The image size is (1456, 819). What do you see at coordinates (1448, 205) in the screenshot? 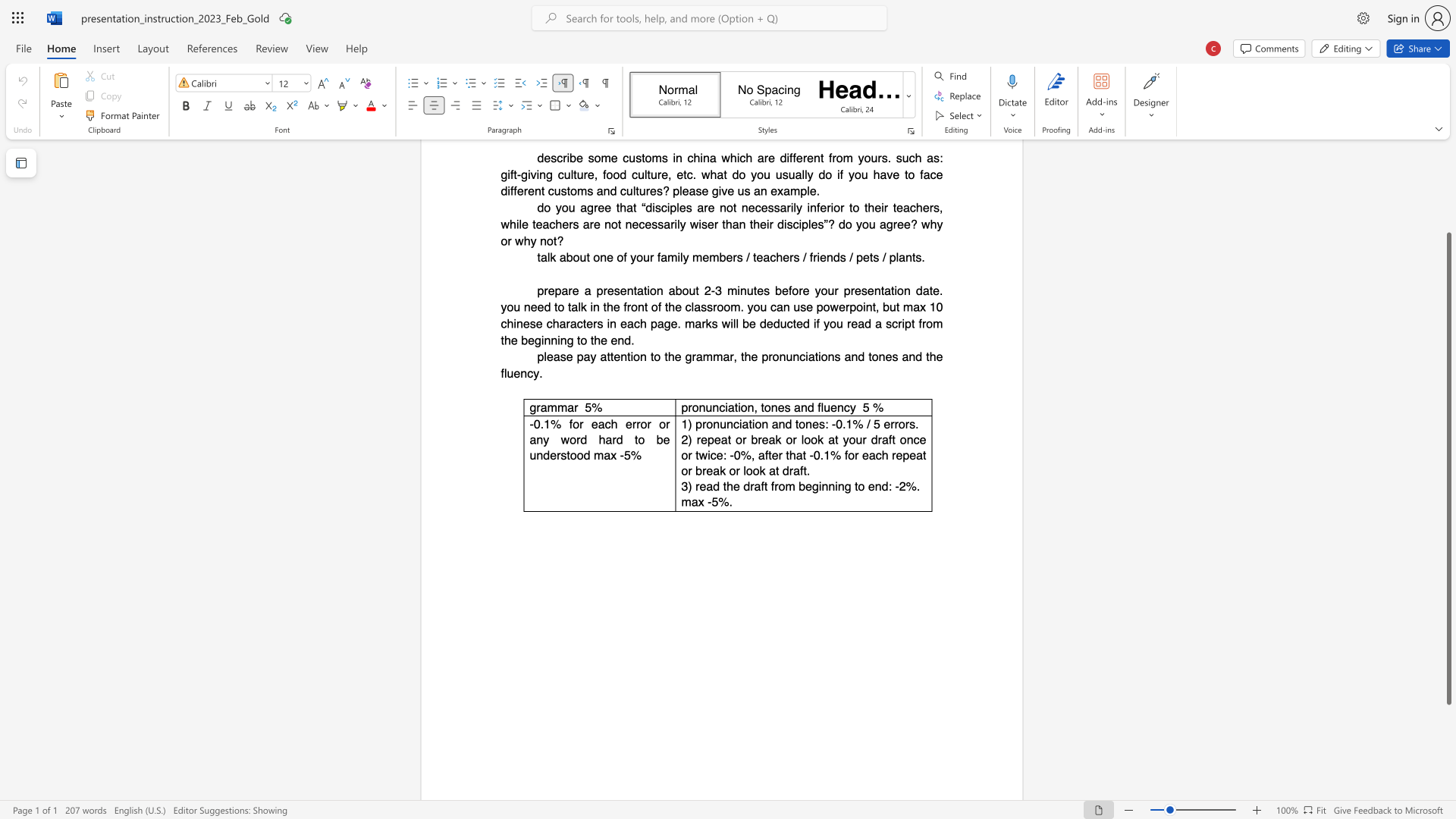
I see `the scrollbar on the right side to scroll the page up` at bounding box center [1448, 205].